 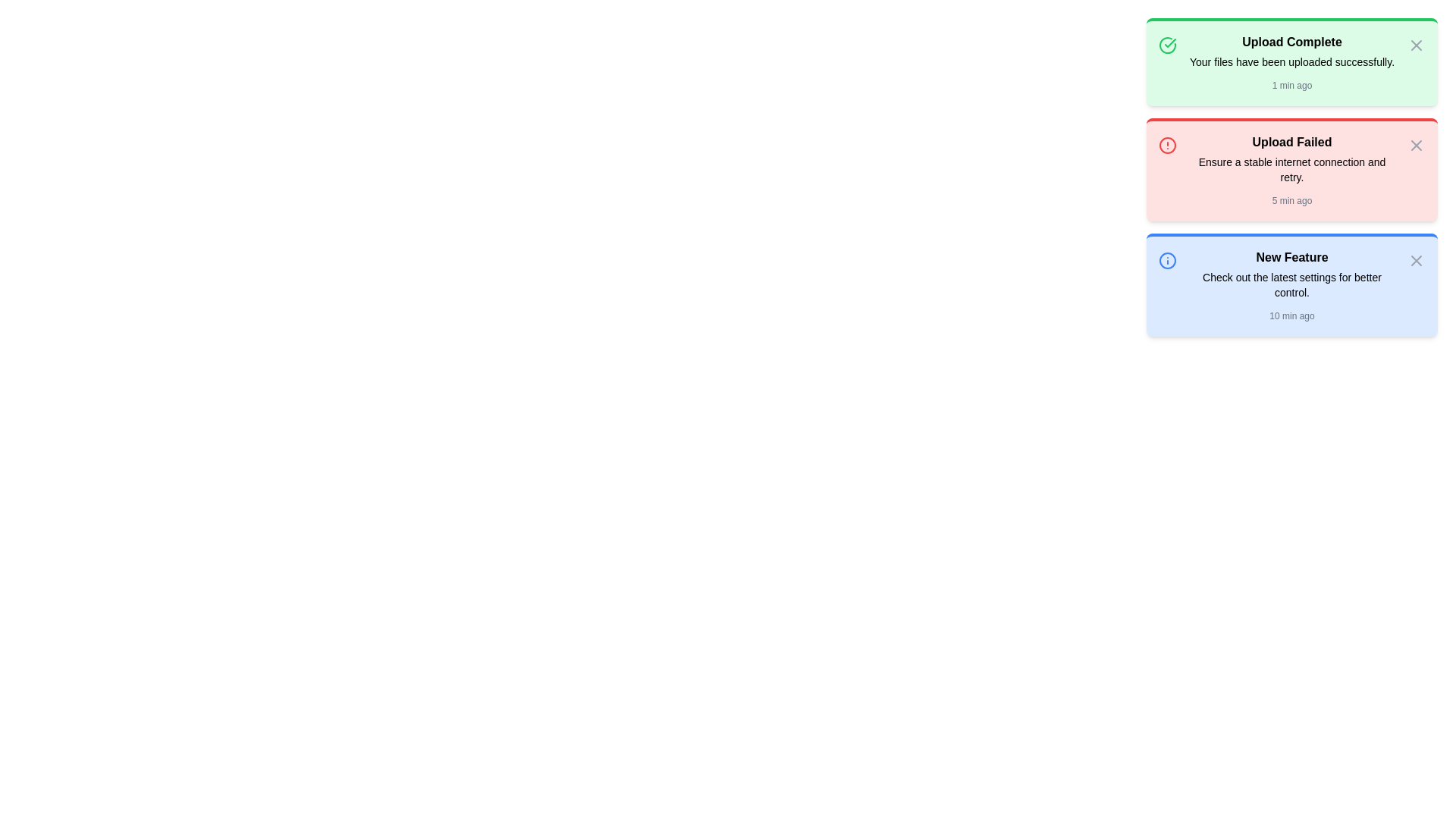 What do you see at coordinates (1291, 200) in the screenshot?
I see `timestamp from the text label located at the bottom of the 'Upload Failed' notification card, which provides the time indication of when the error message occurred` at bounding box center [1291, 200].